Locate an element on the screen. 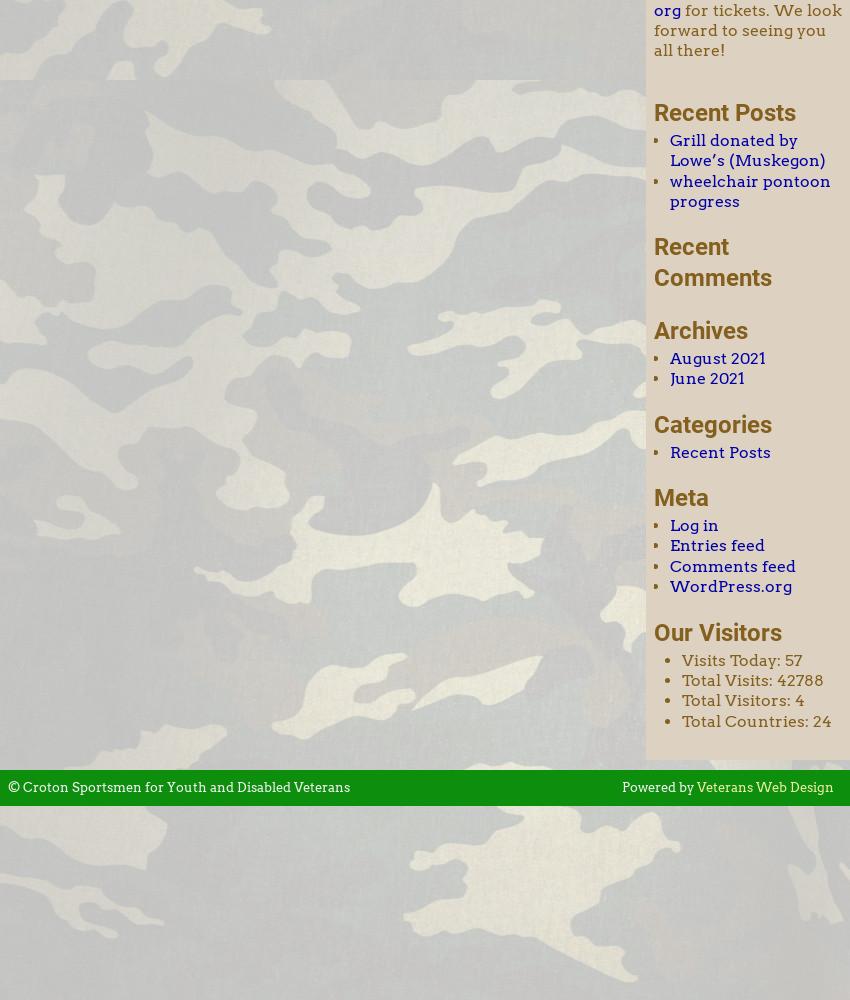 The height and width of the screenshot is (1000, 850). 'Visits Today: 57' is located at coordinates (741, 659).